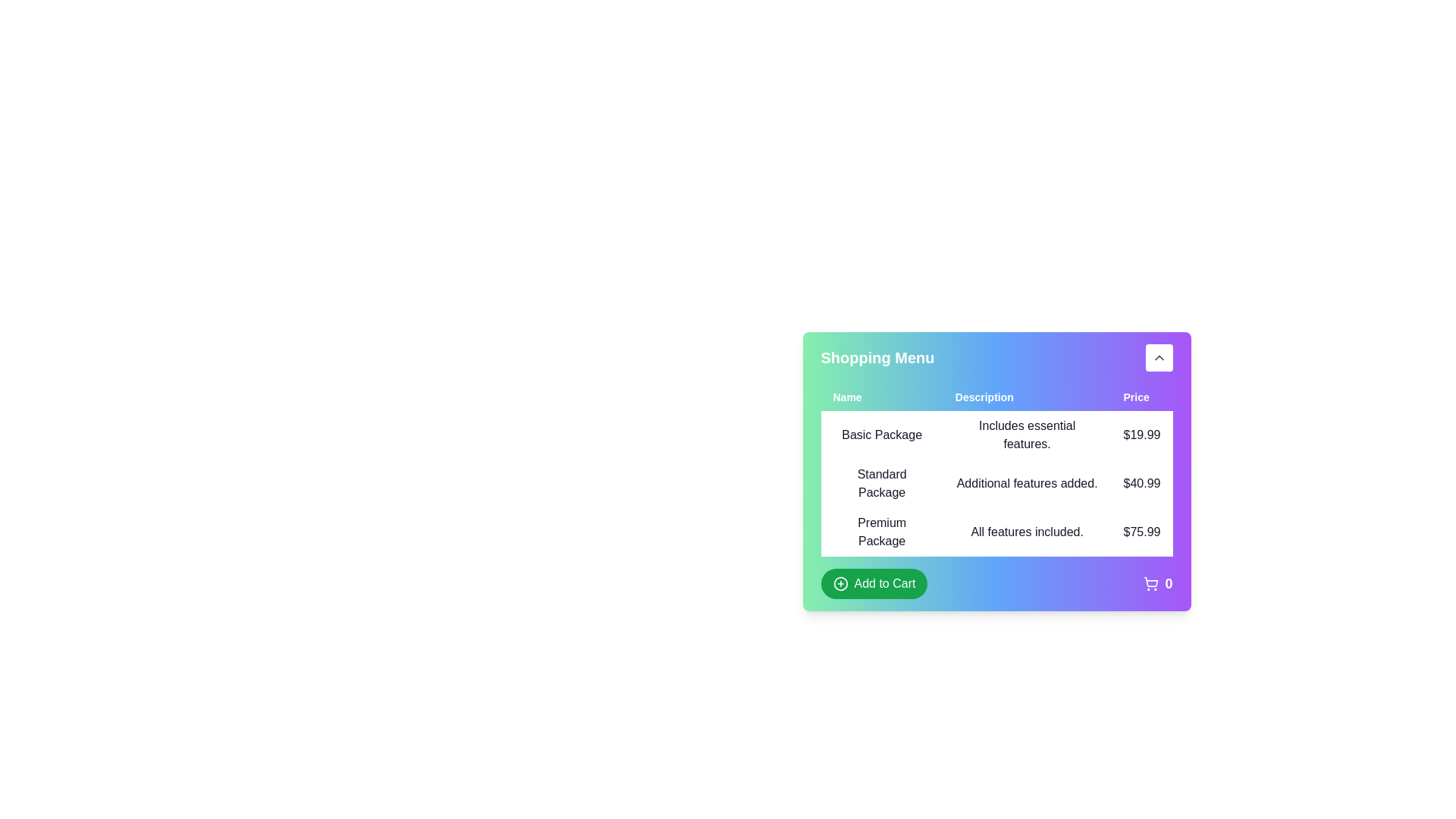 The image size is (1456, 819). What do you see at coordinates (882, 435) in the screenshot?
I see `the text label displaying 'Basic Package' in a black font within the pricing menu` at bounding box center [882, 435].